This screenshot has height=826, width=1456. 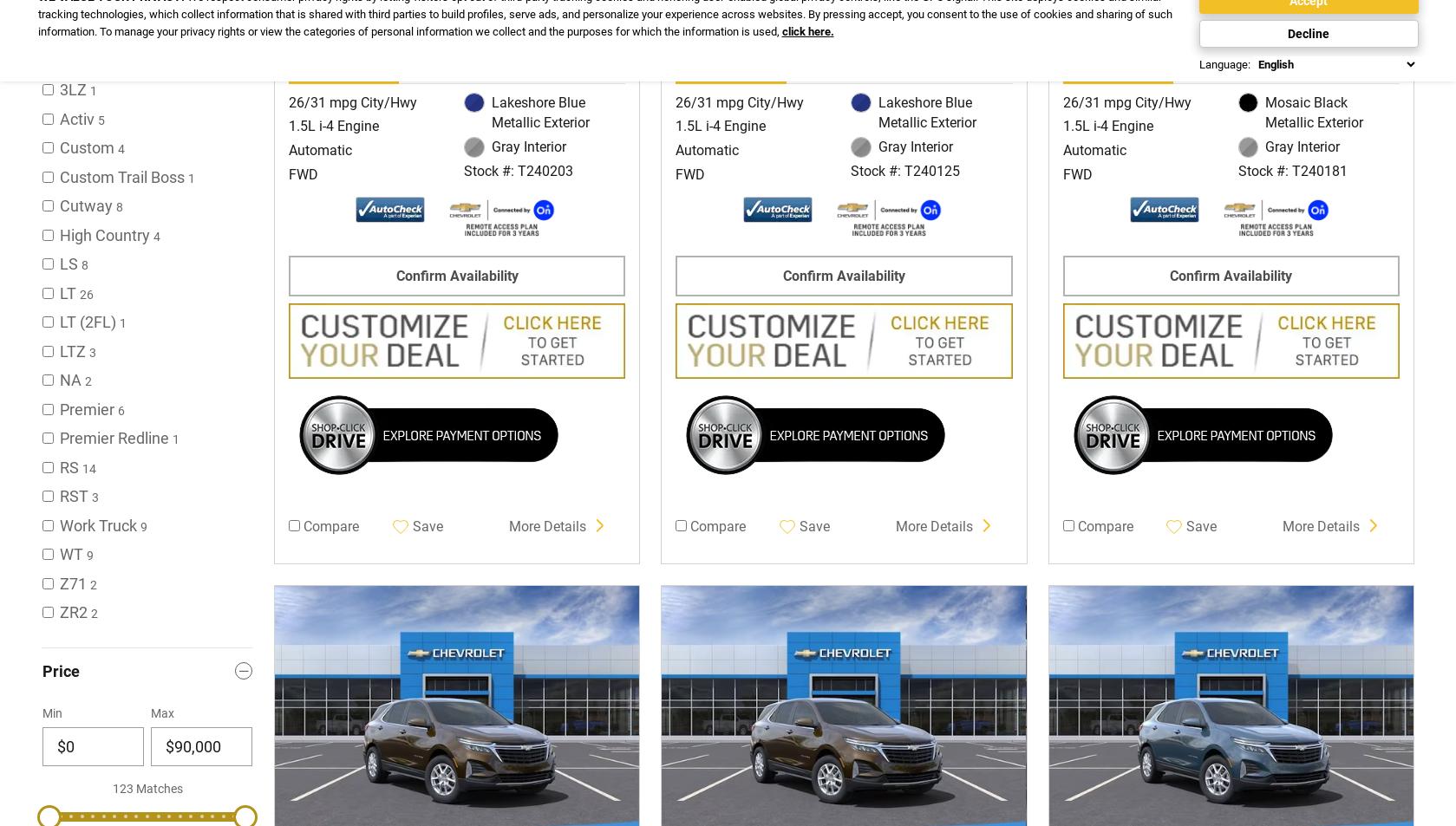 What do you see at coordinates (111, 787) in the screenshot?
I see `'123 Matches'` at bounding box center [111, 787].